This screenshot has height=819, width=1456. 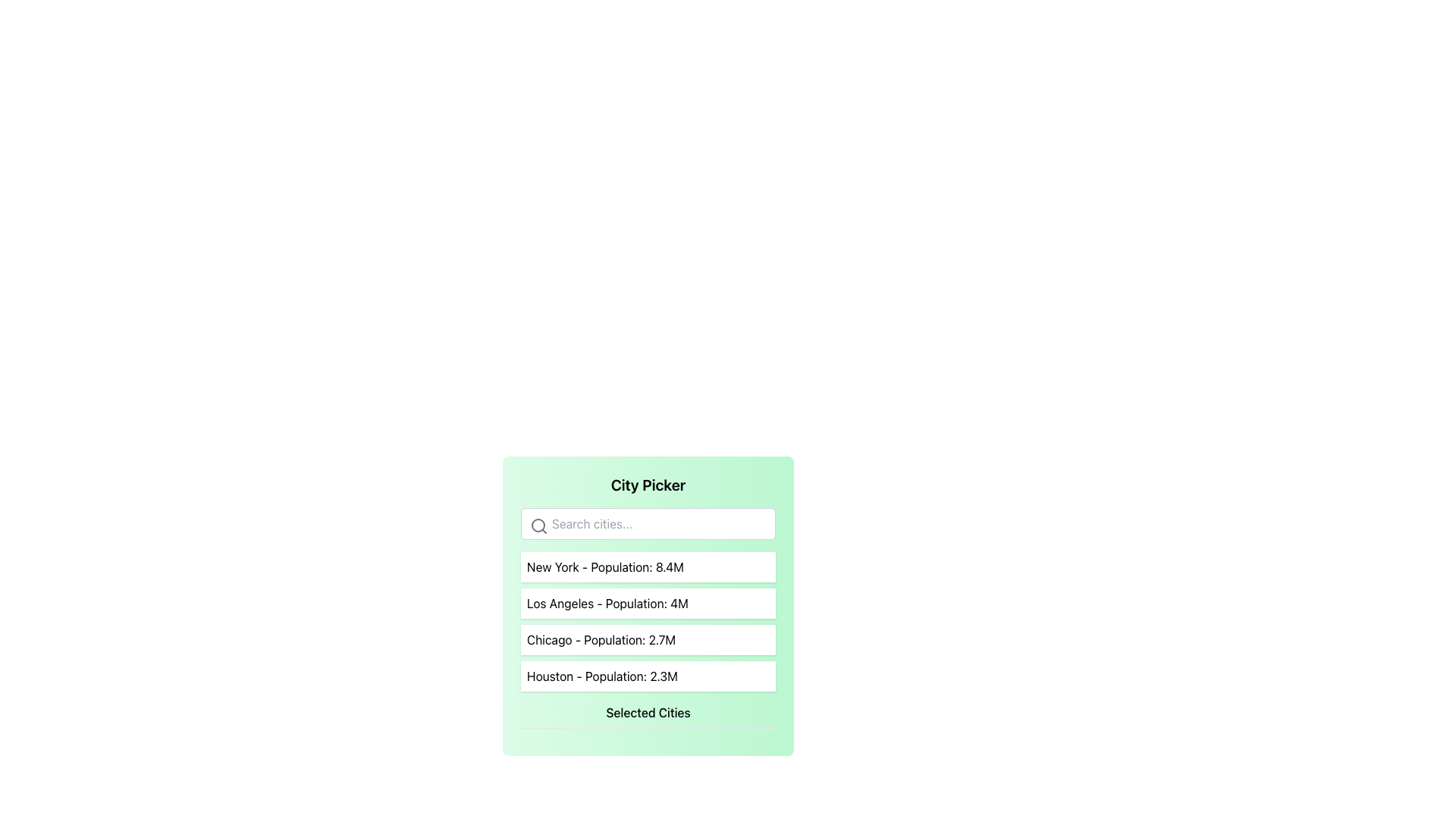 I want to click on the text label that serves as a header for 'Selected Cities', located at the bottom of the City Picker component, beneath 'Houston - Population: 2.3M', so click(x=648, y=716).